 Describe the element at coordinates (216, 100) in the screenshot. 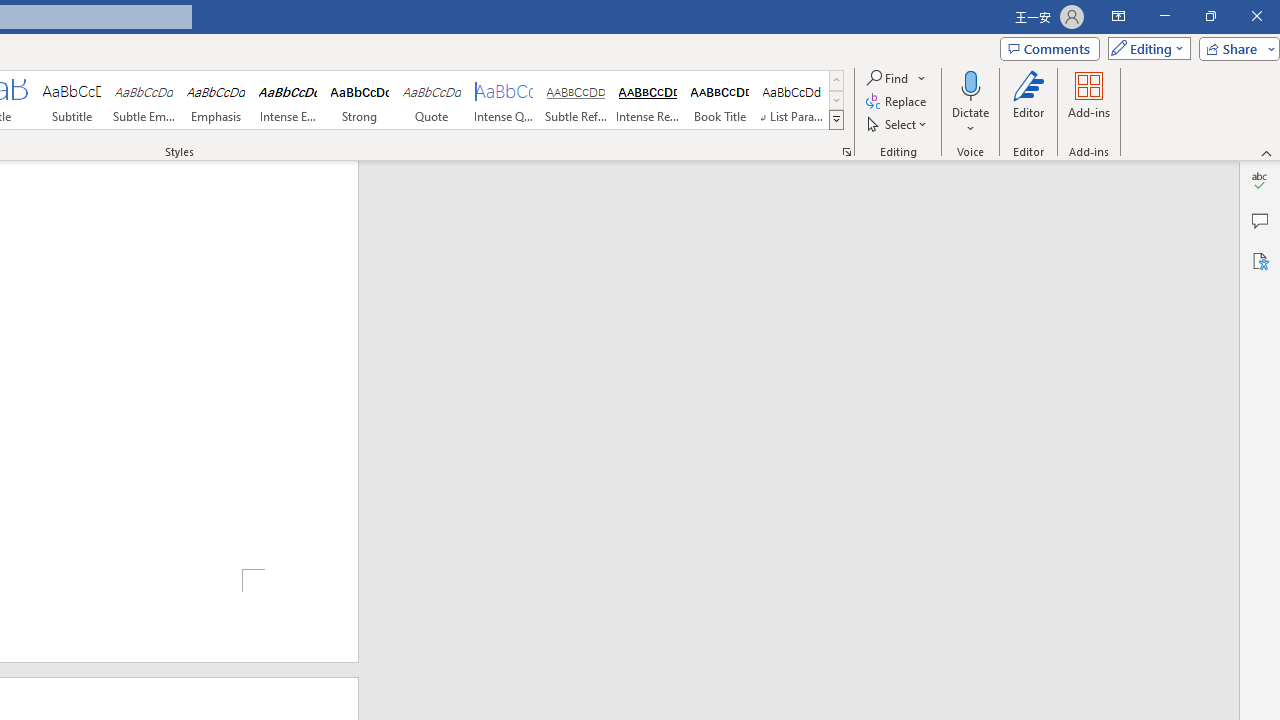

I see `'Emphasis'` at that location.